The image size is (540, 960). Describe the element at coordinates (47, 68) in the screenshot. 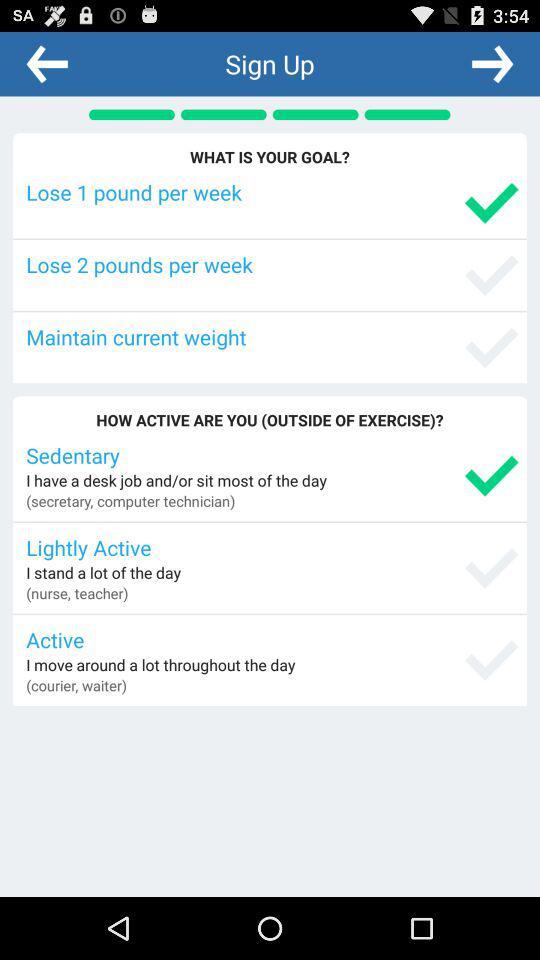

I see `the arrow_backward icon` at that location.